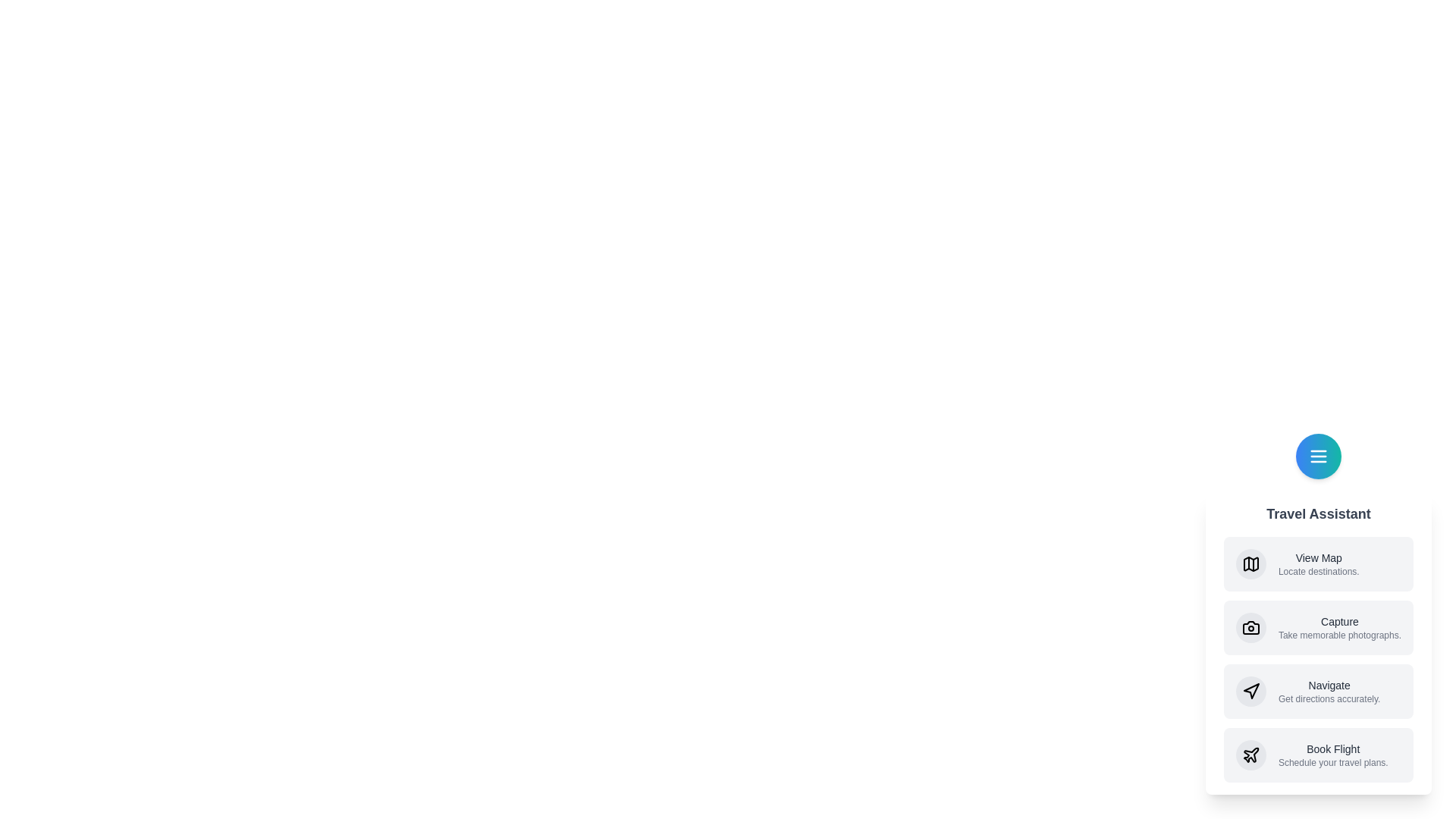  I want to click on the floating action menu button to toggle its state, so click(1317, 455).